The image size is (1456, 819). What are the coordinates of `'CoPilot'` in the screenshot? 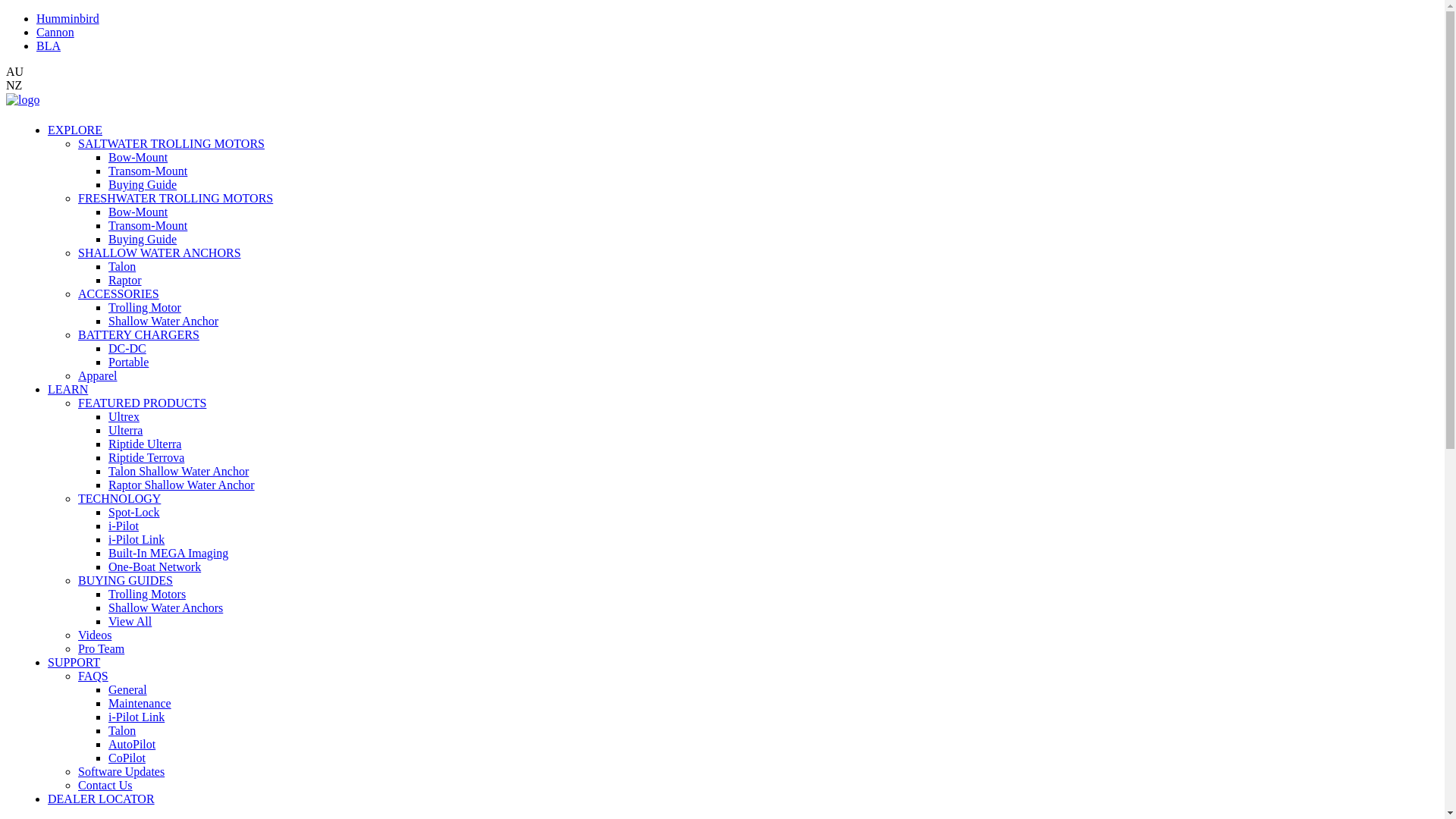 It's located at (108, 758).